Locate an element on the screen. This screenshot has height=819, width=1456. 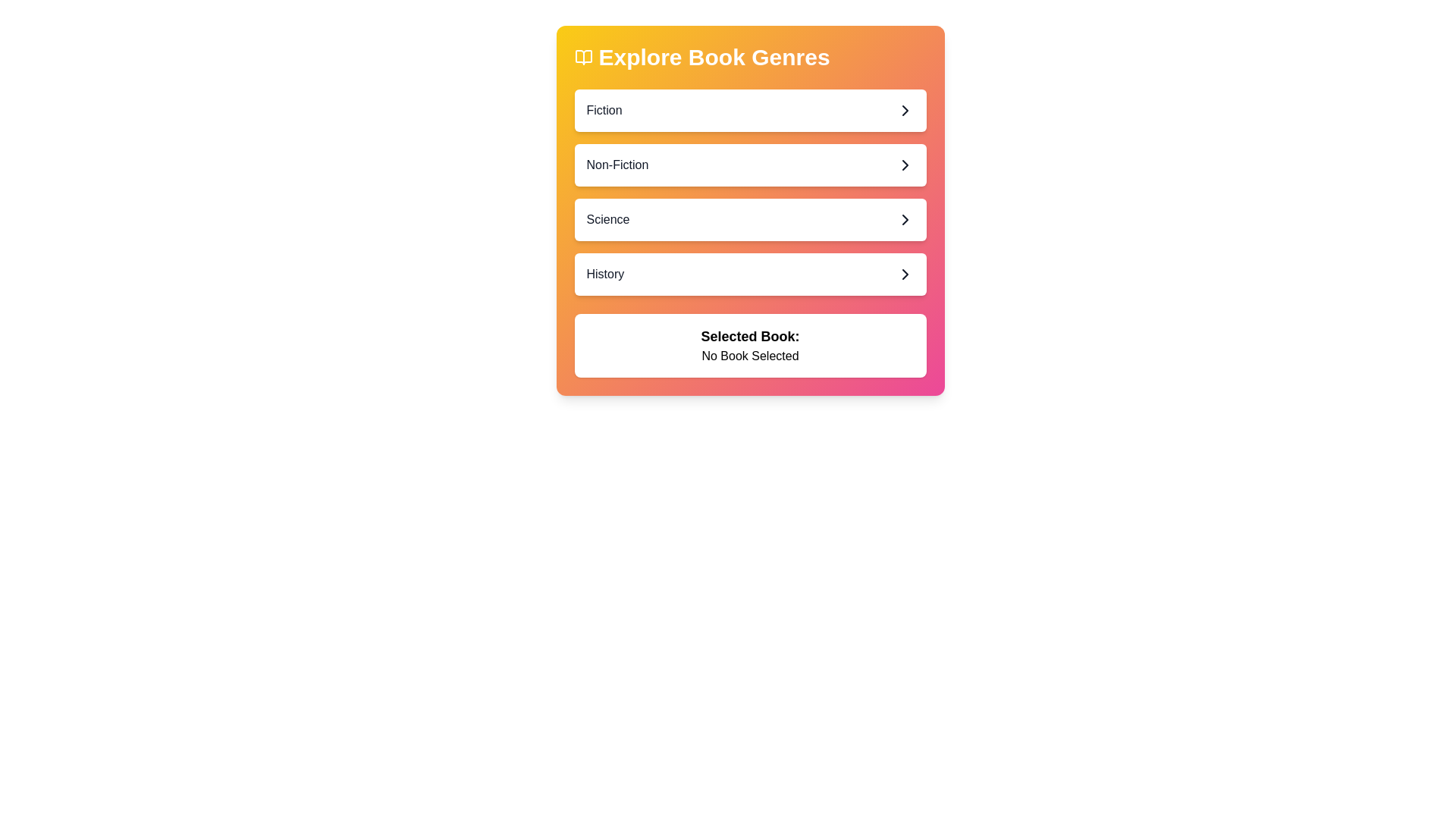
the Text header with an accompanying icon that serves as a title for selecting book genres, located at the top-left corner of the gradient background card is located at coordinates (750, 57).